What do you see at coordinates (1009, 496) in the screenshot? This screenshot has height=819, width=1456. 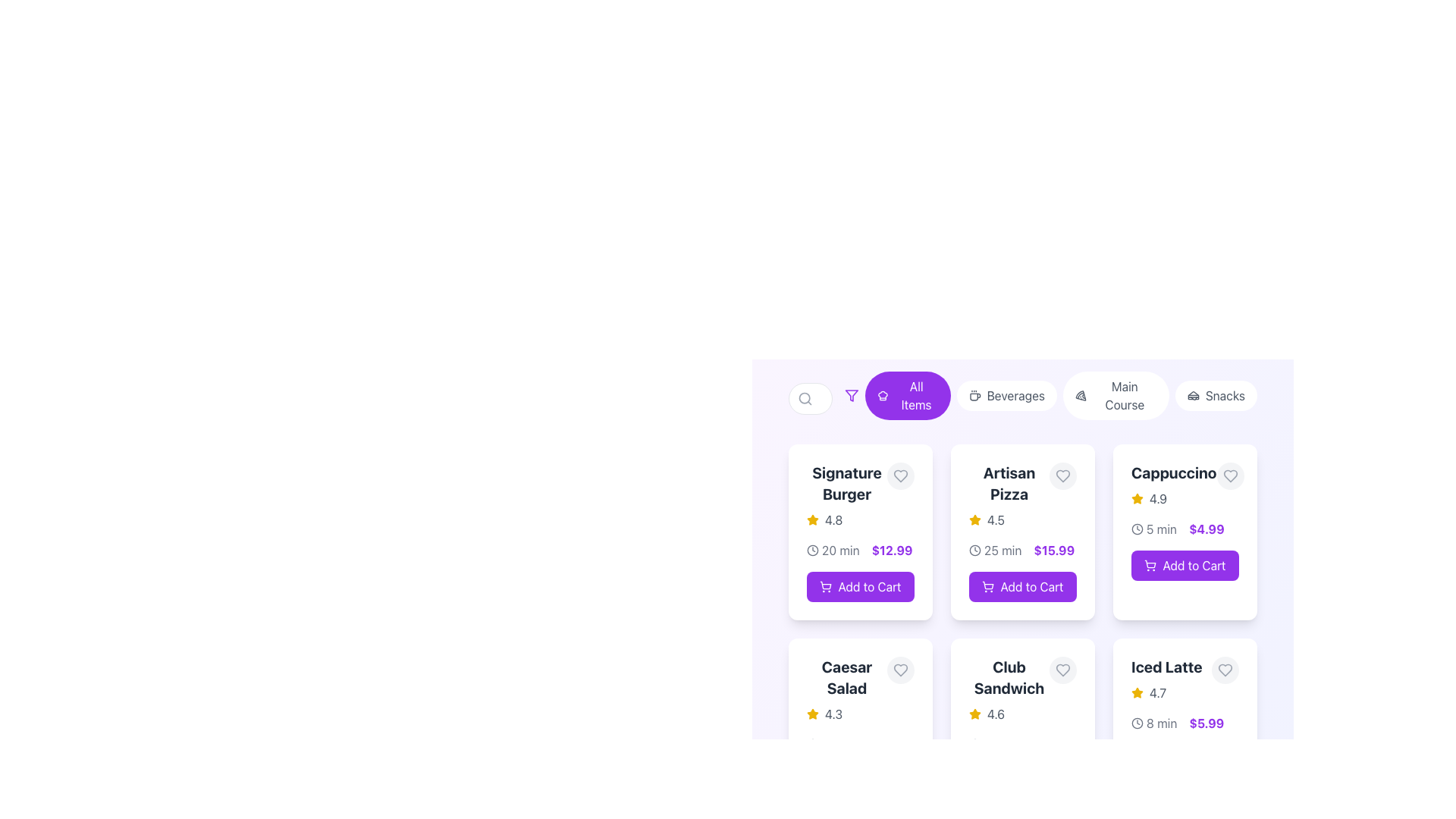 I see `the label providing the name and rating of the product 'Artisan Pizza' with a user rating of 4.5, located in the second card of the grid layout` at bounding box center [1009, 496].